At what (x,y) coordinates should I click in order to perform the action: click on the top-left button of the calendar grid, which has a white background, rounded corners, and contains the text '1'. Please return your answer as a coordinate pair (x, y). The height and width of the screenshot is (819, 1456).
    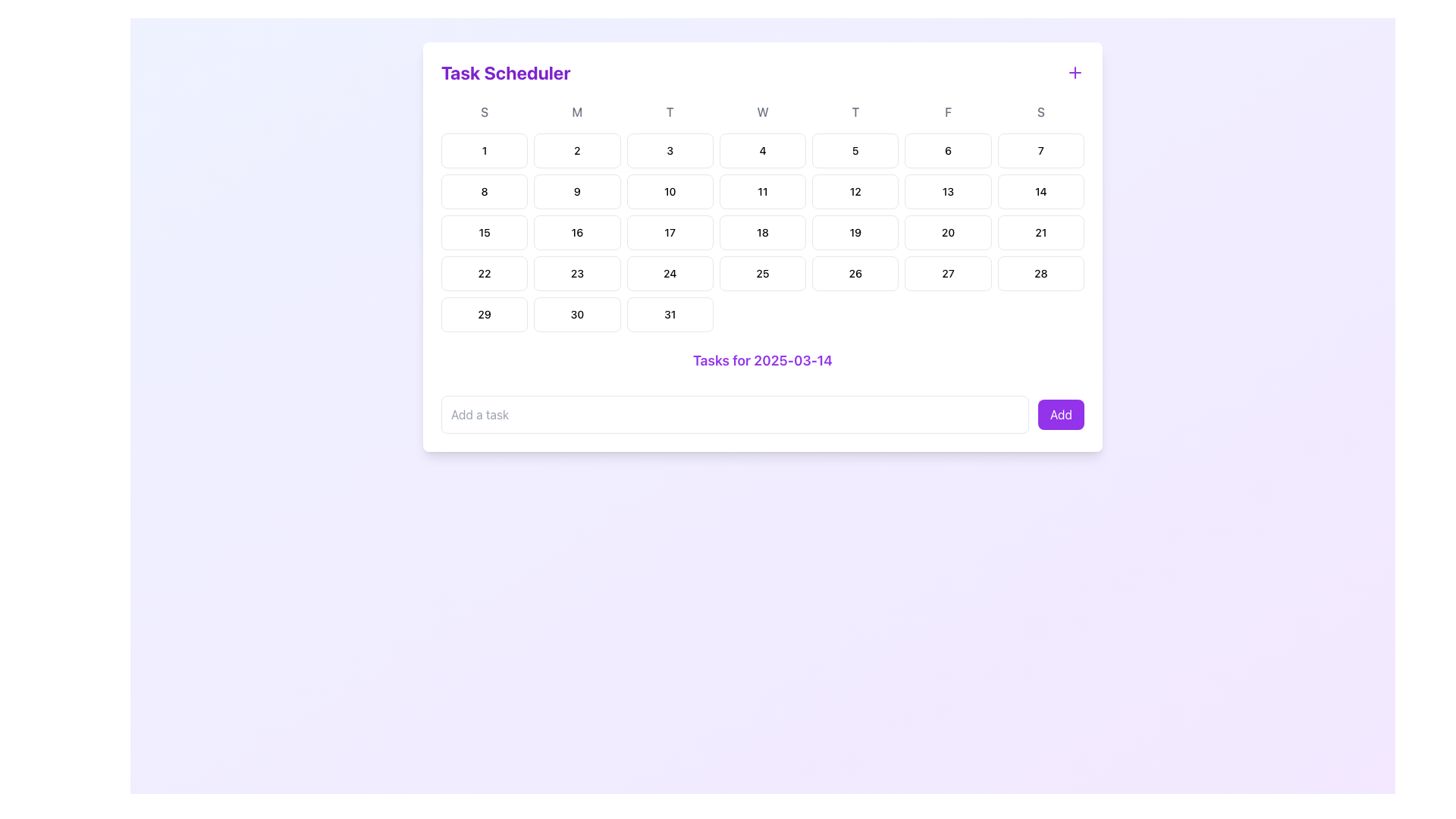
    Looking at the image, I should click on (484, 151).